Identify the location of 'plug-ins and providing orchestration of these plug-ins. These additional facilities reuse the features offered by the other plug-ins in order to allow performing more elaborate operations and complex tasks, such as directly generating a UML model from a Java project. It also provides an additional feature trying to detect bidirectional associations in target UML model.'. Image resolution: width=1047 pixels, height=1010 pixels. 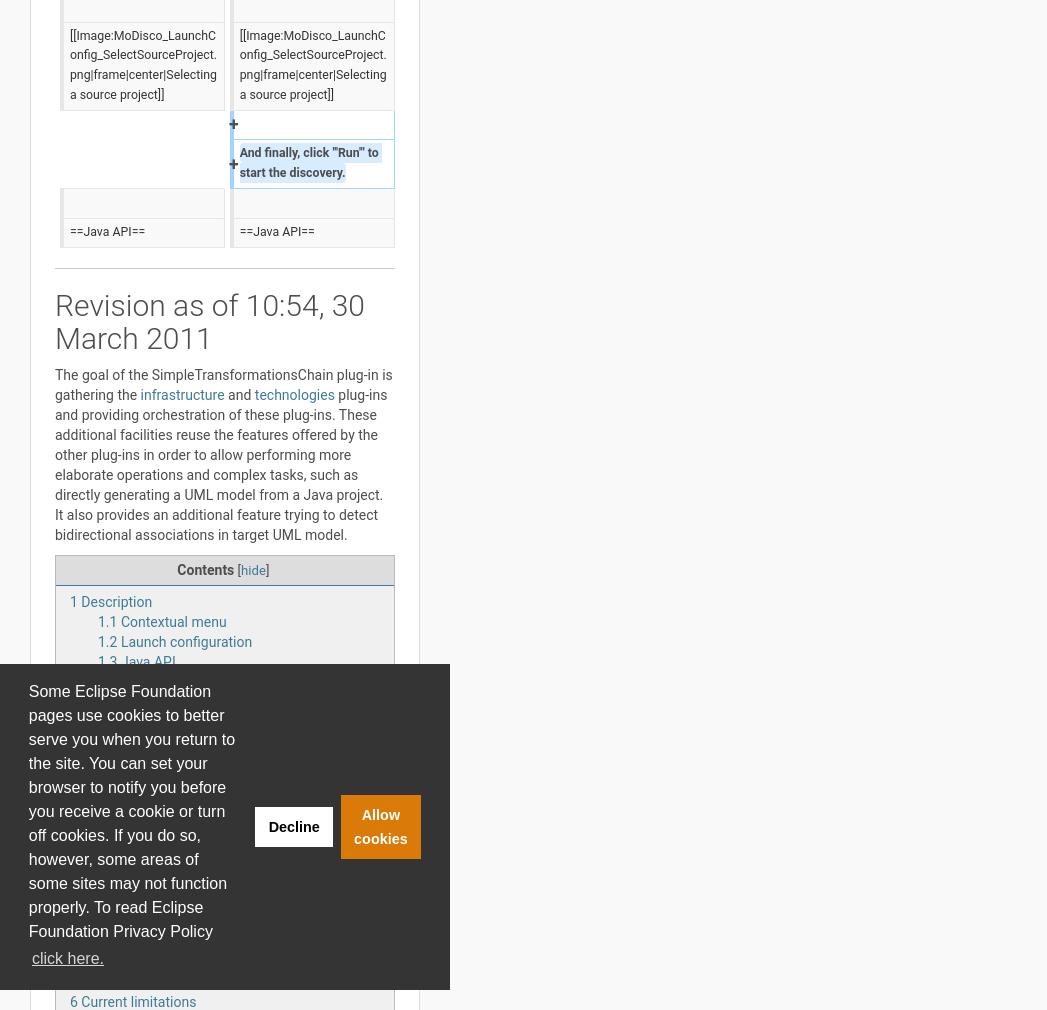
(220, 465).